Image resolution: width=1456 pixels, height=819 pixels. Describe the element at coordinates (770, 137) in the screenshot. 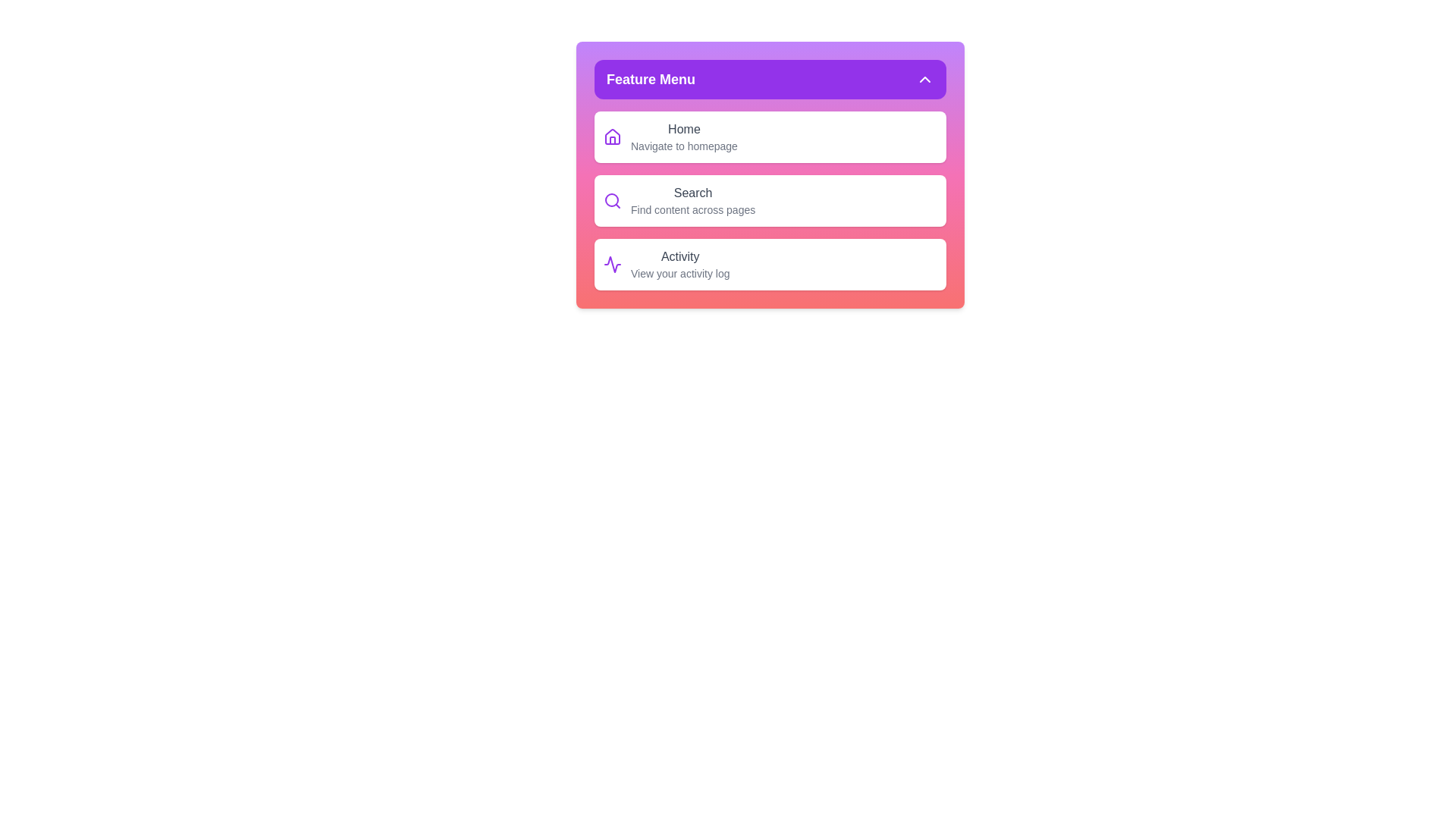

I see `the menu item Home by clicking on it` at that location.